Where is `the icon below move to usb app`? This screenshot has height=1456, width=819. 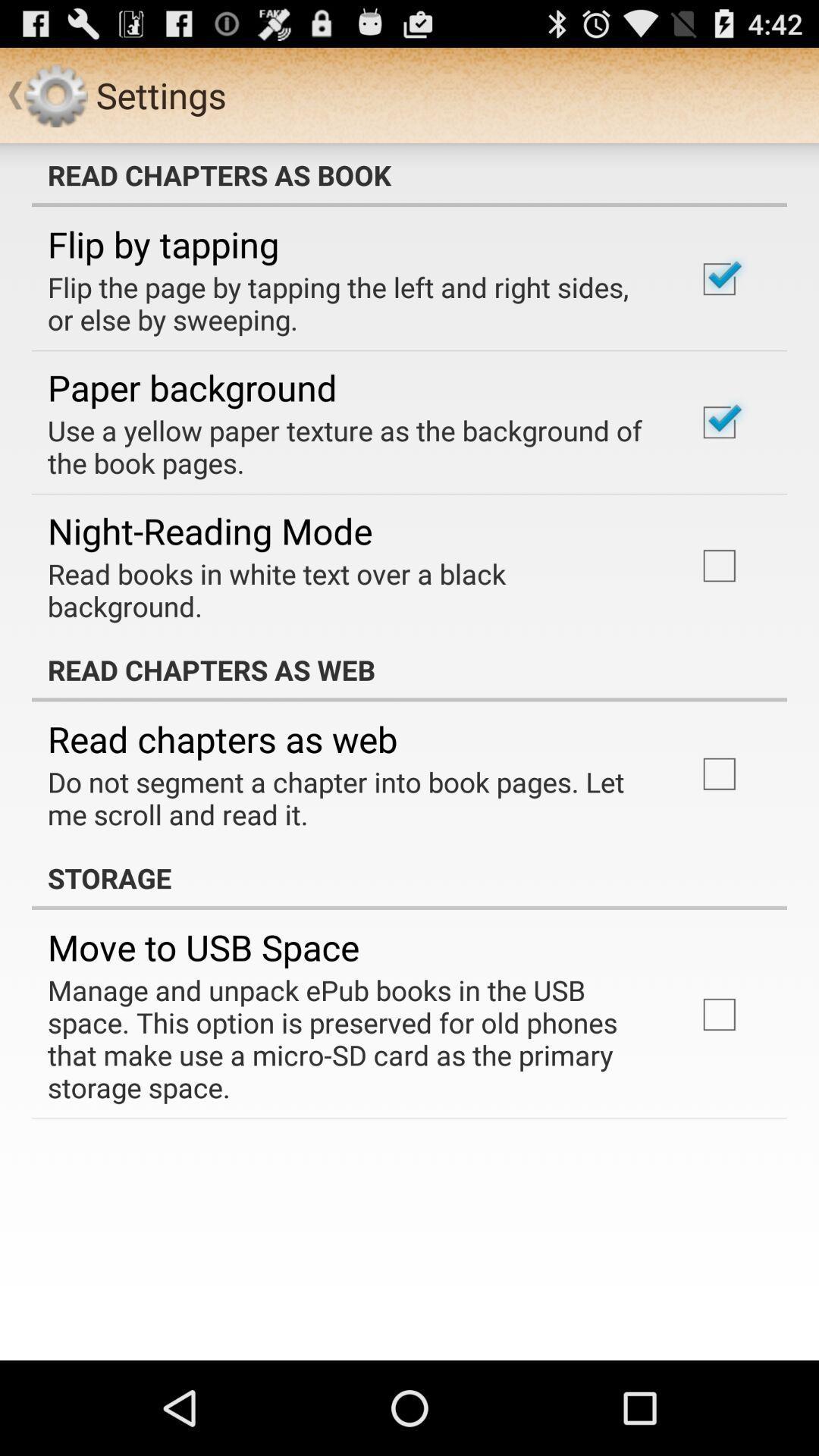
the icon below move to usb app is located at coordinates (351, 1037).